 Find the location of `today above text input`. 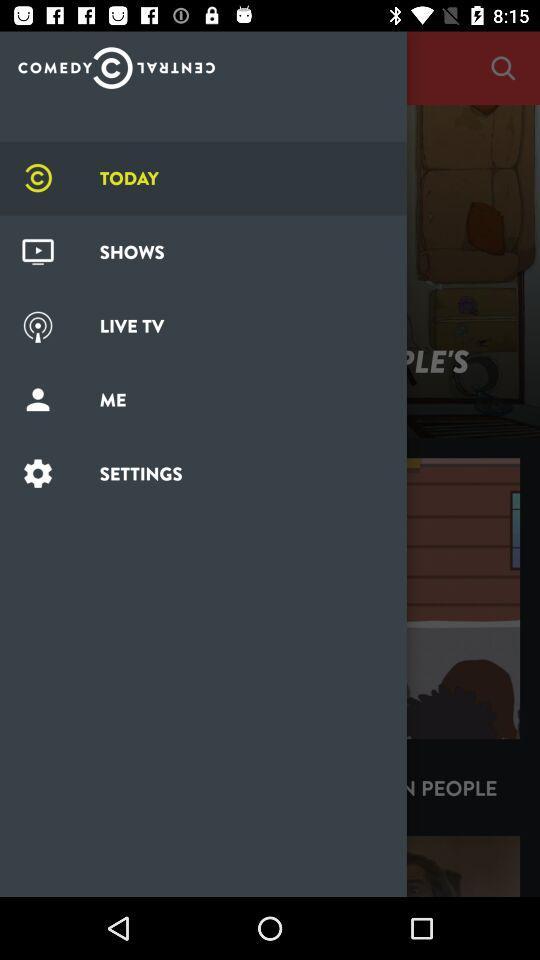

today above text input is located at coordinates (116, 62).